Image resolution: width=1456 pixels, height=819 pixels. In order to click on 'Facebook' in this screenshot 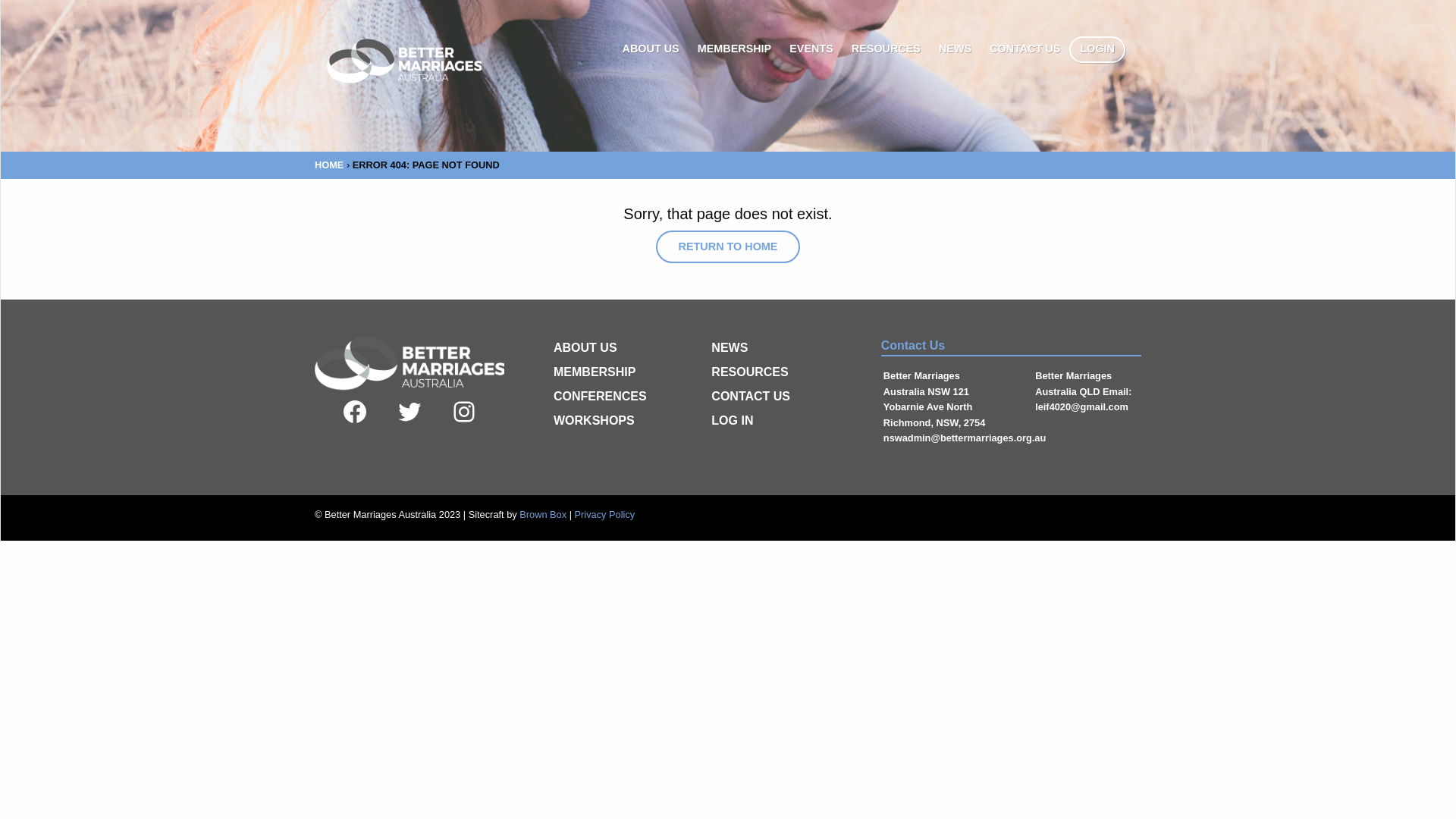, I will do `click(353, 412)`.